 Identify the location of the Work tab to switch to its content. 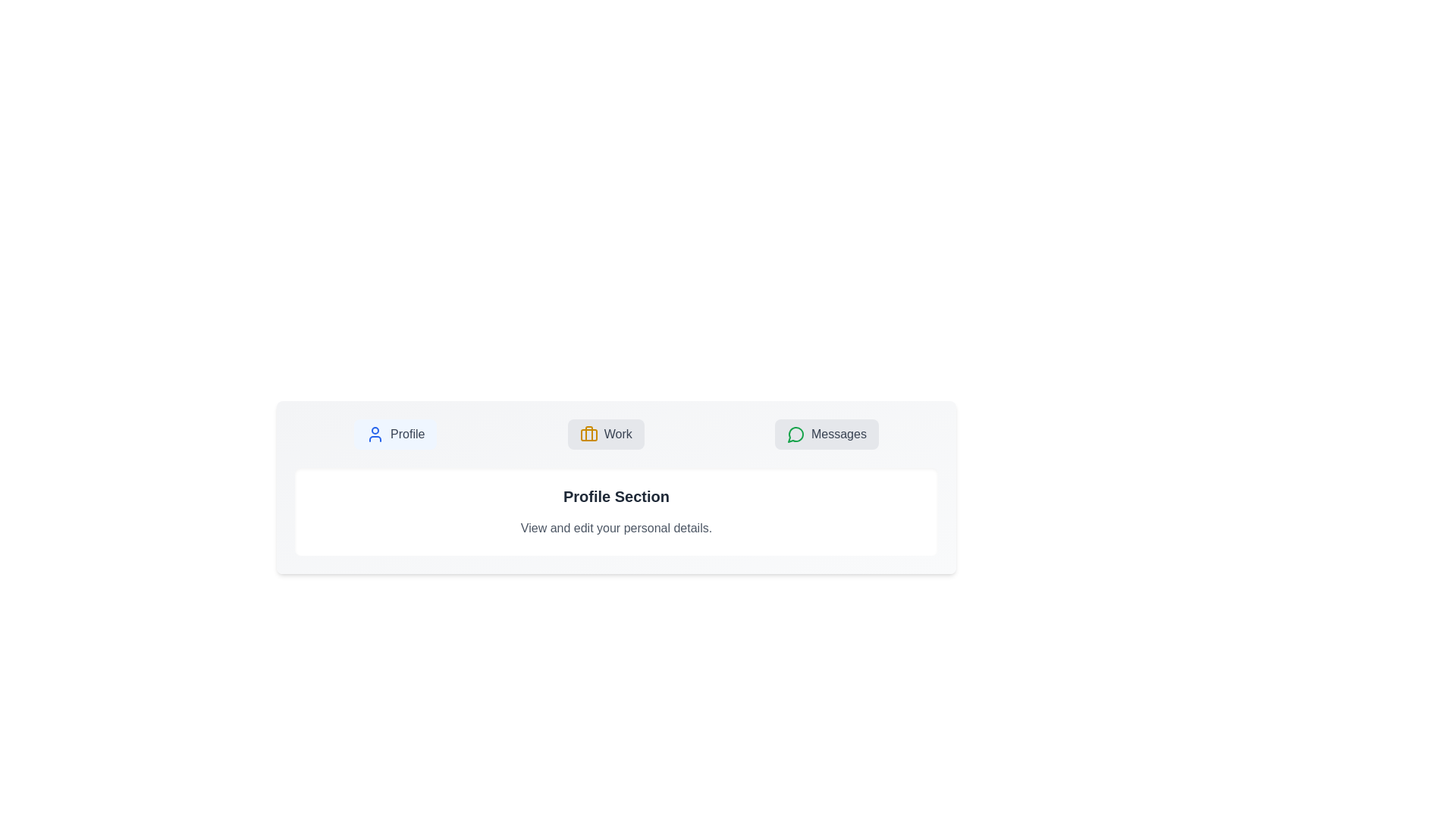
(605, 435).